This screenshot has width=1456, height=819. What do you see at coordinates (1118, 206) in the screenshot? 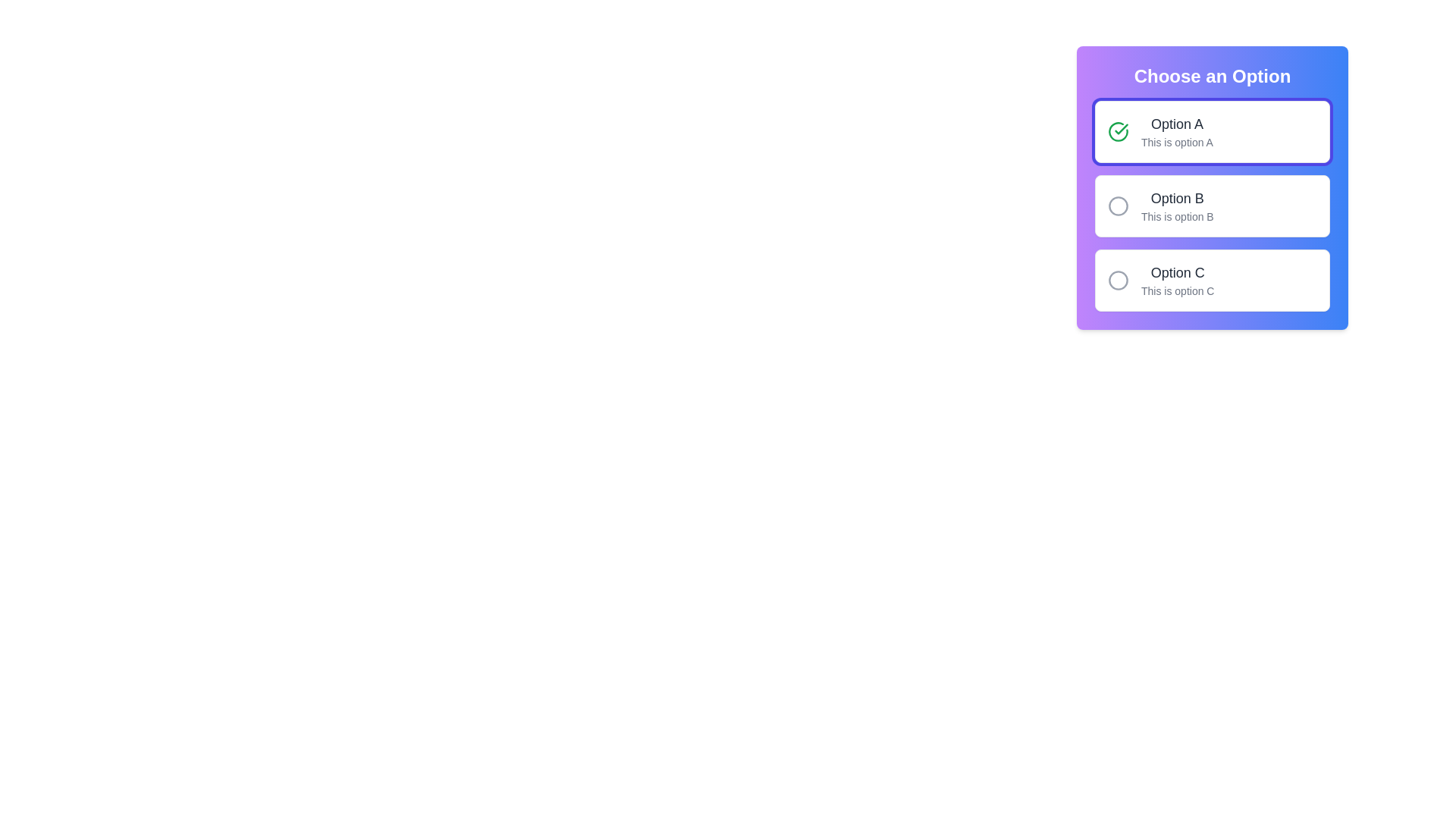
I see `the inactive radio button indicator for 'Option B', which is a gray circular outline positioned to the left of the 'Option B' label` at bounding box center [1118, 206].